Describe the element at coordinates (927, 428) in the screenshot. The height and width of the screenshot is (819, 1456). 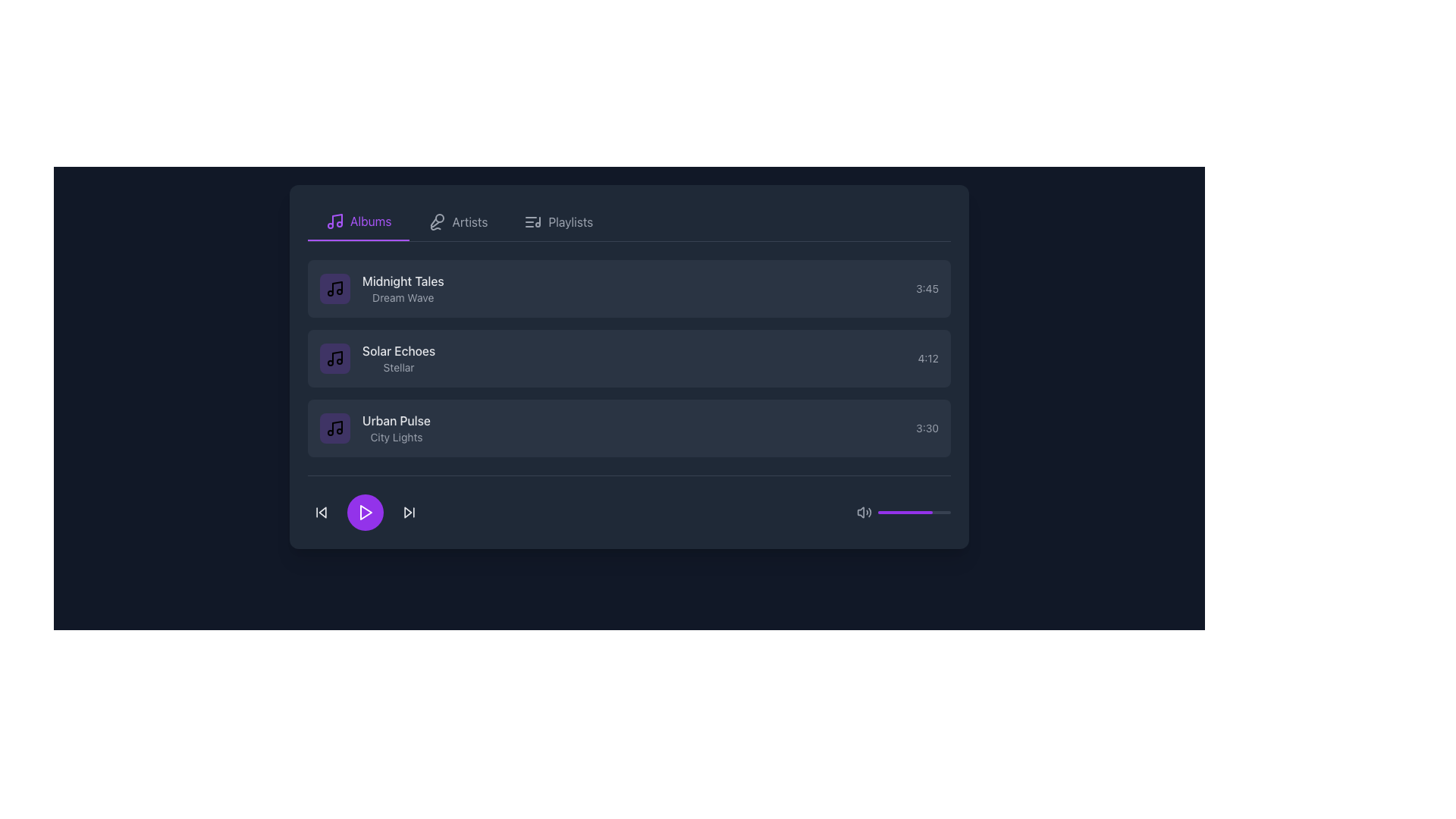
I see `displayed time duration of the song 'Urban Pulse' which is located at the bottom-right of the card in the third position of the list` at that location.